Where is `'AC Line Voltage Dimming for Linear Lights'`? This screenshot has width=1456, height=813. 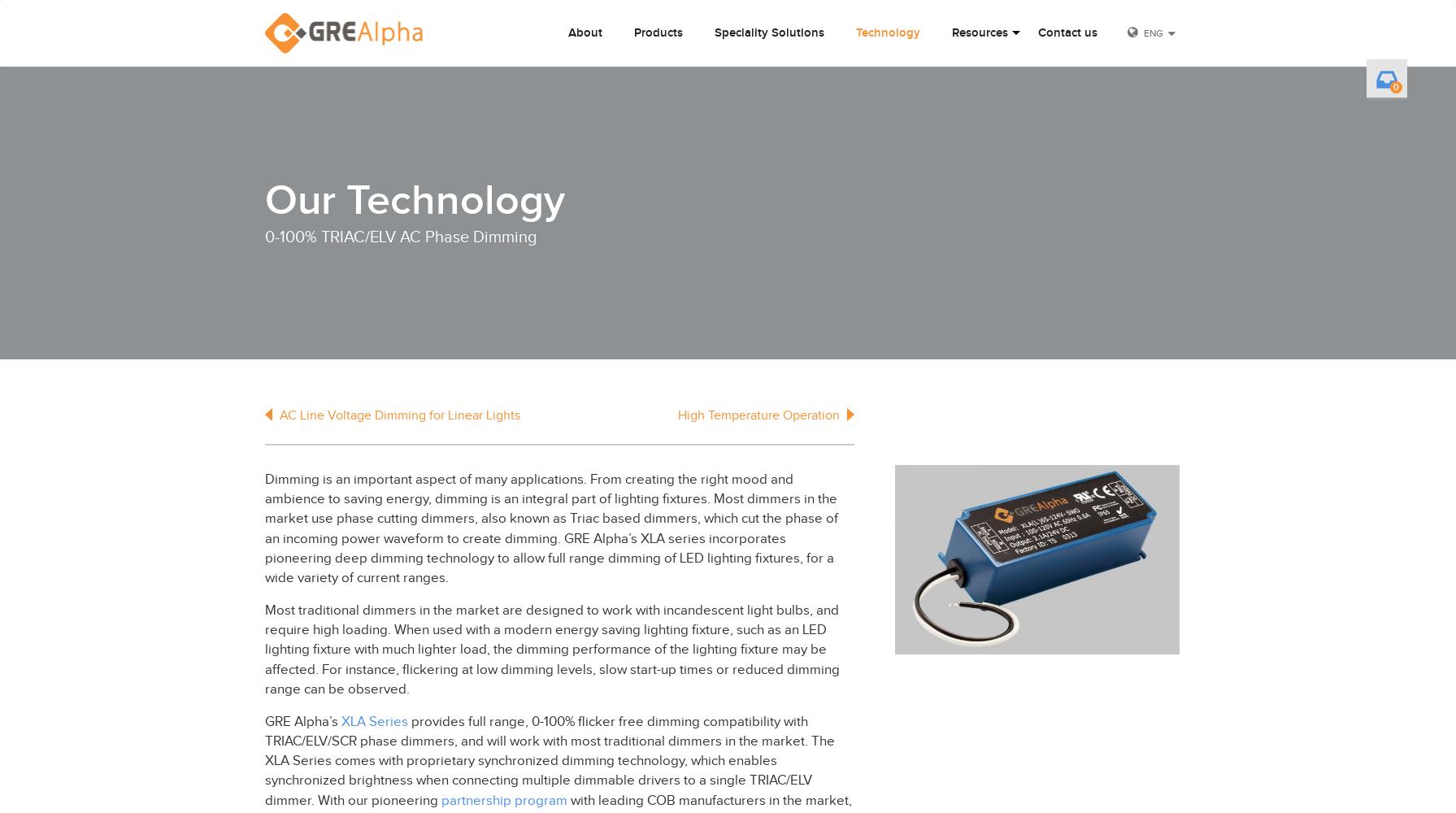
'AC Line Voltage Dimming for Linear Lights' is located at coordinates (278, 415).